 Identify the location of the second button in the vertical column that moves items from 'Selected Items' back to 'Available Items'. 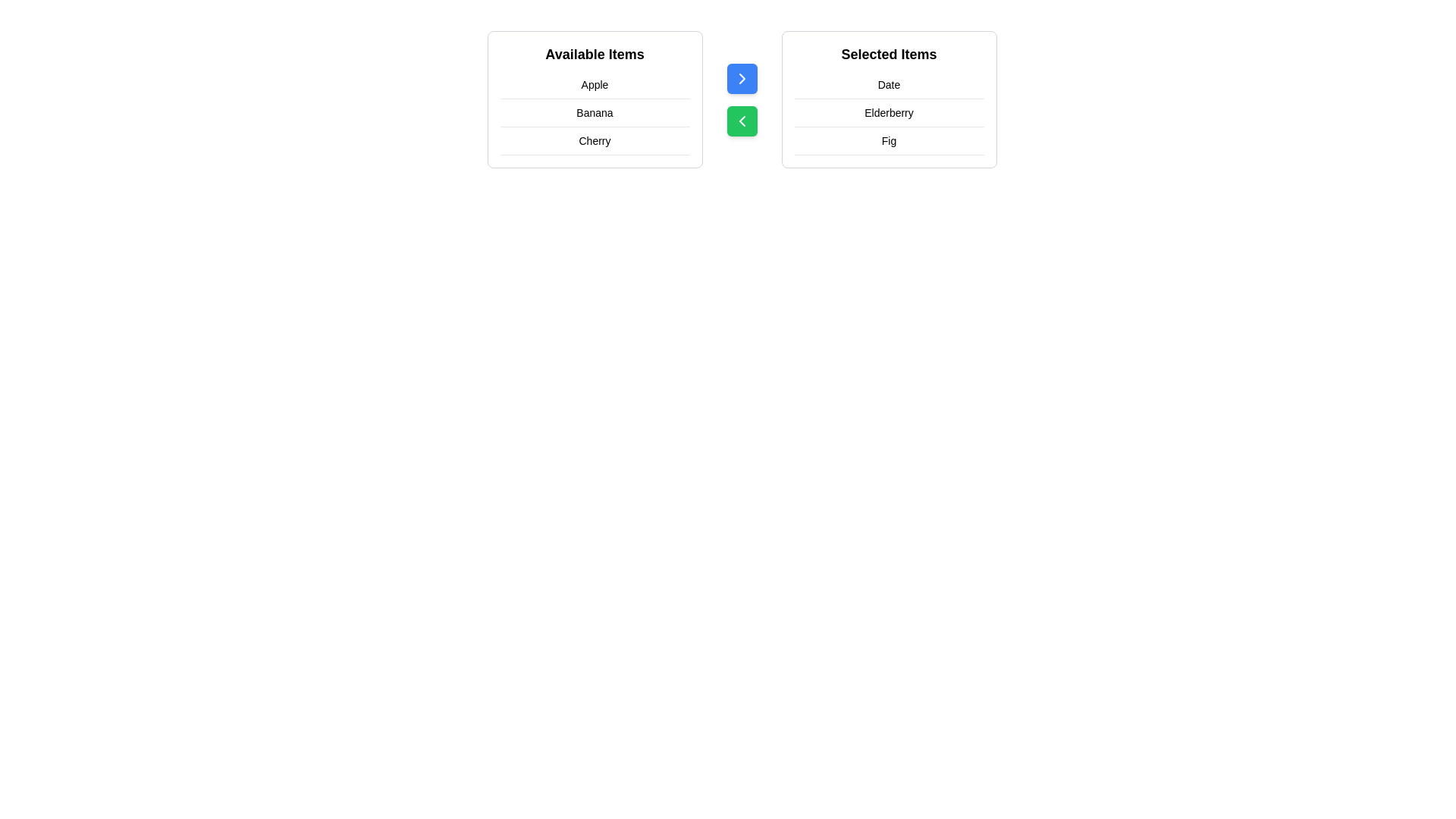
(742, 120).